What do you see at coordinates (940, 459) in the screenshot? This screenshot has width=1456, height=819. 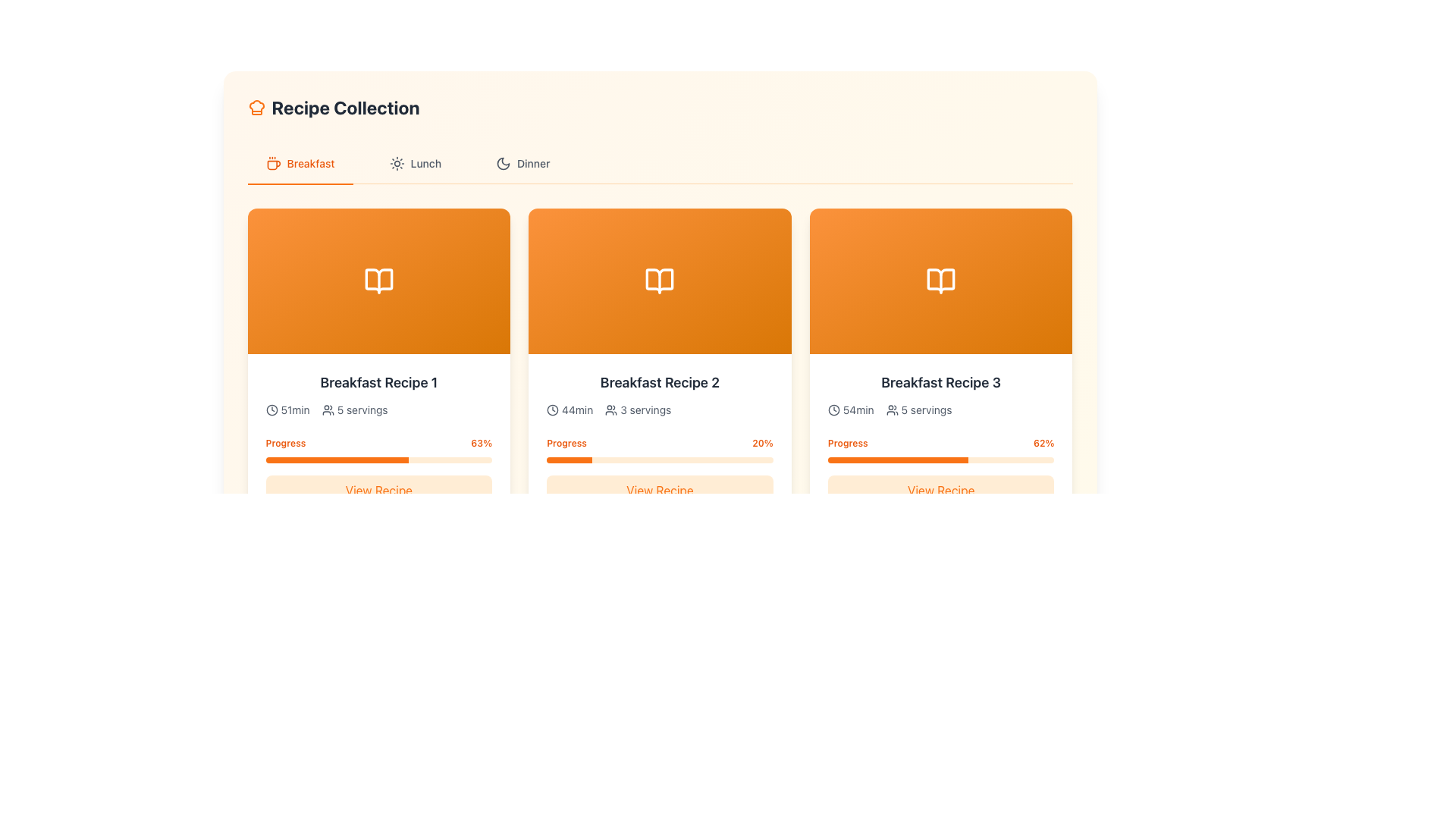 I see `the Progress Bar indicating 62% completion for 'Breakfast Recipe 3' located under the 'Progress' label and above the 'View Recipe' button in the third recipe card` at bounding box center [940, 459].